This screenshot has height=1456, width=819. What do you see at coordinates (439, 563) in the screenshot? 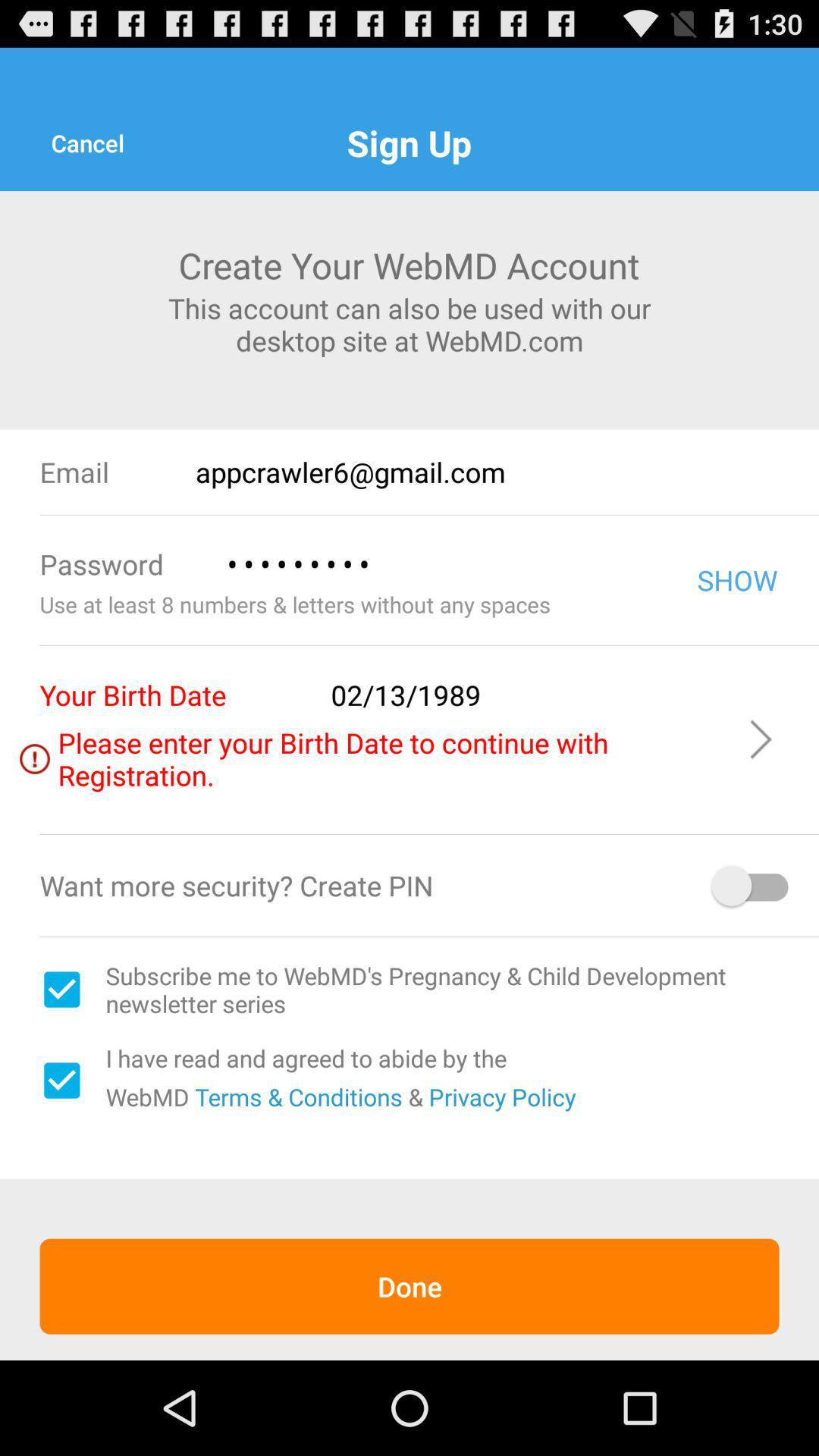
I see `crowd3116` at bounding box center [439, 563].